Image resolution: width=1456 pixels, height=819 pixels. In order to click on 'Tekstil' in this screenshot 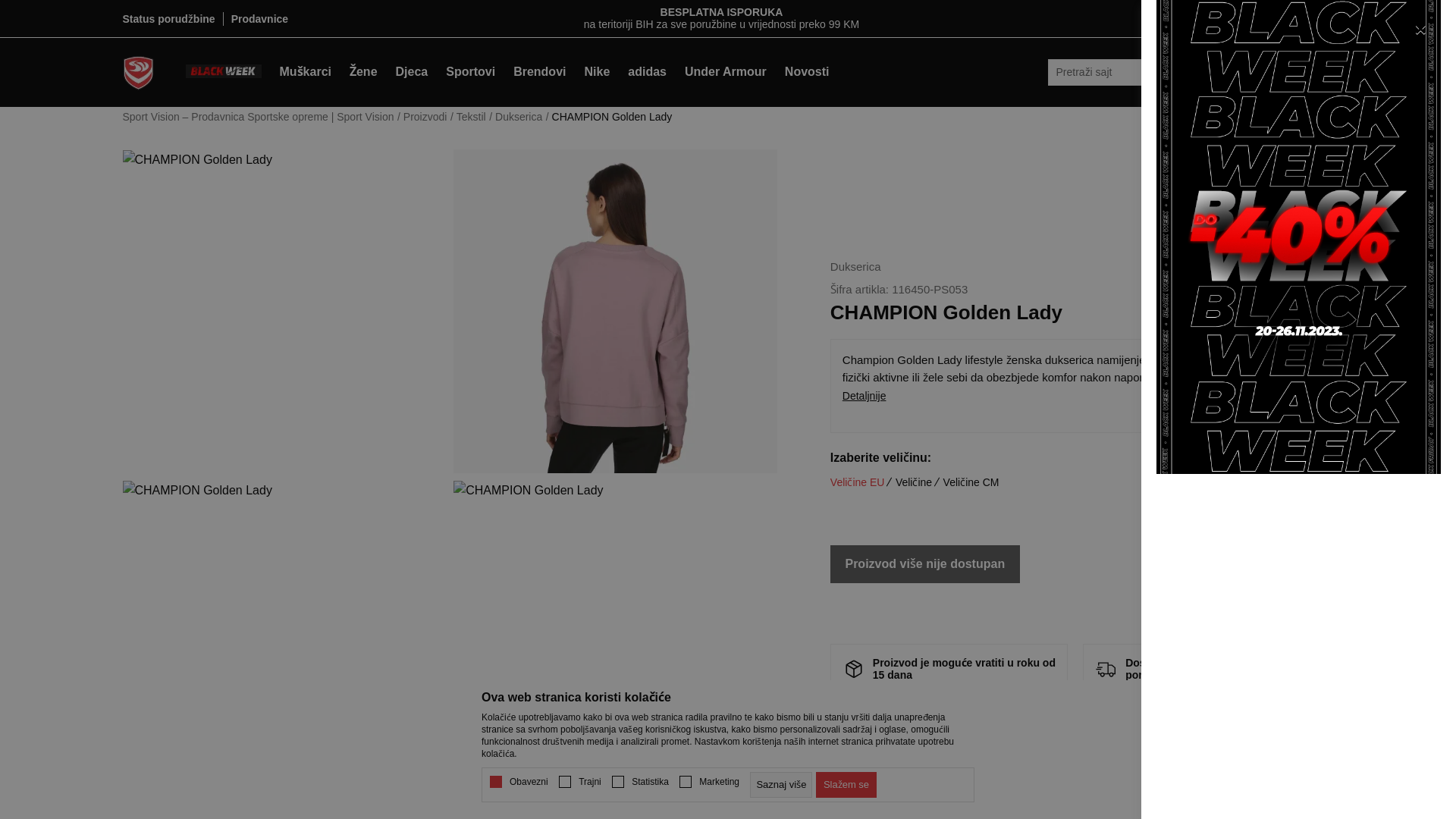, I will do `click(470, 116)`.